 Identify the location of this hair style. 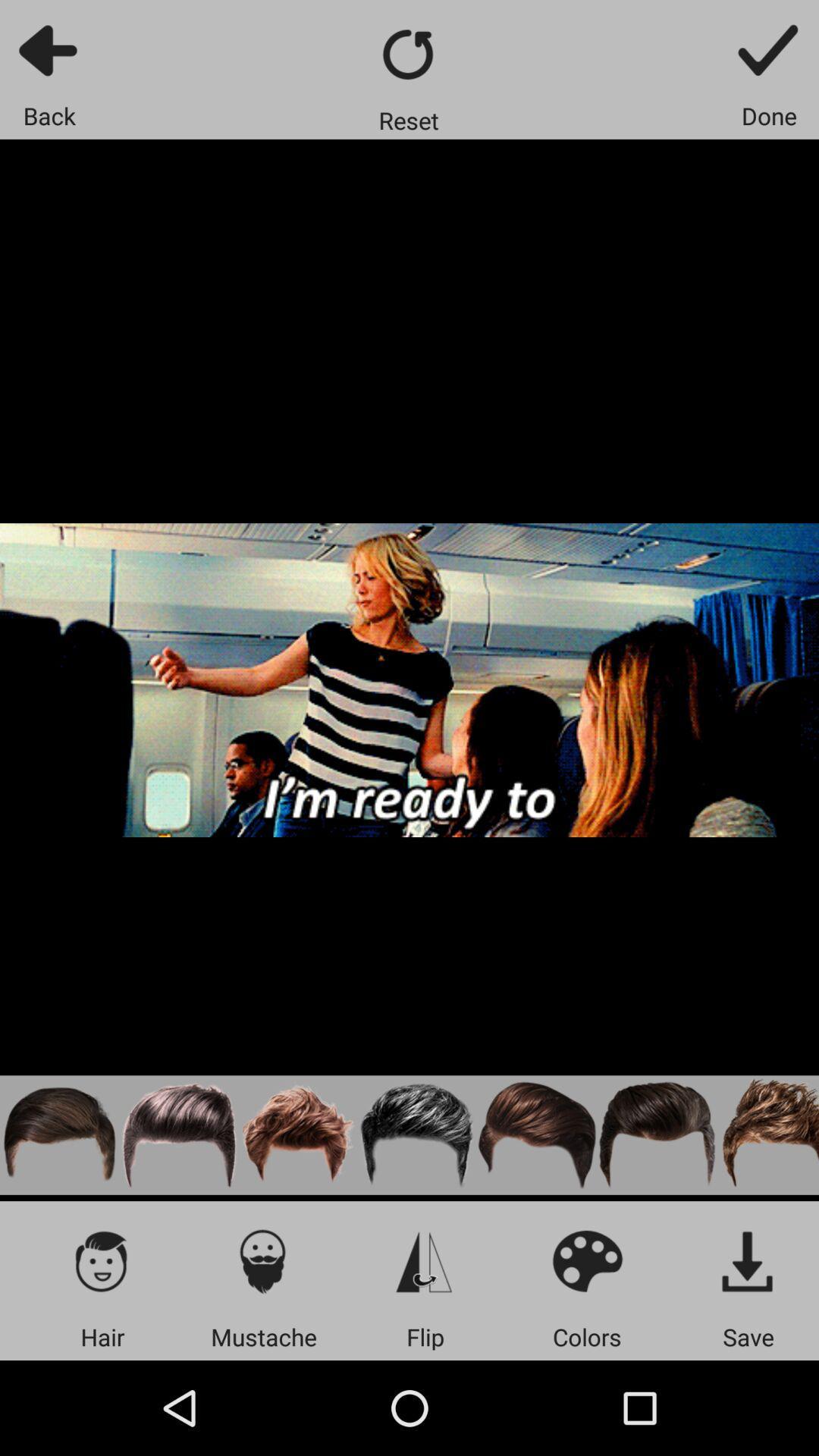
(536, 1135).